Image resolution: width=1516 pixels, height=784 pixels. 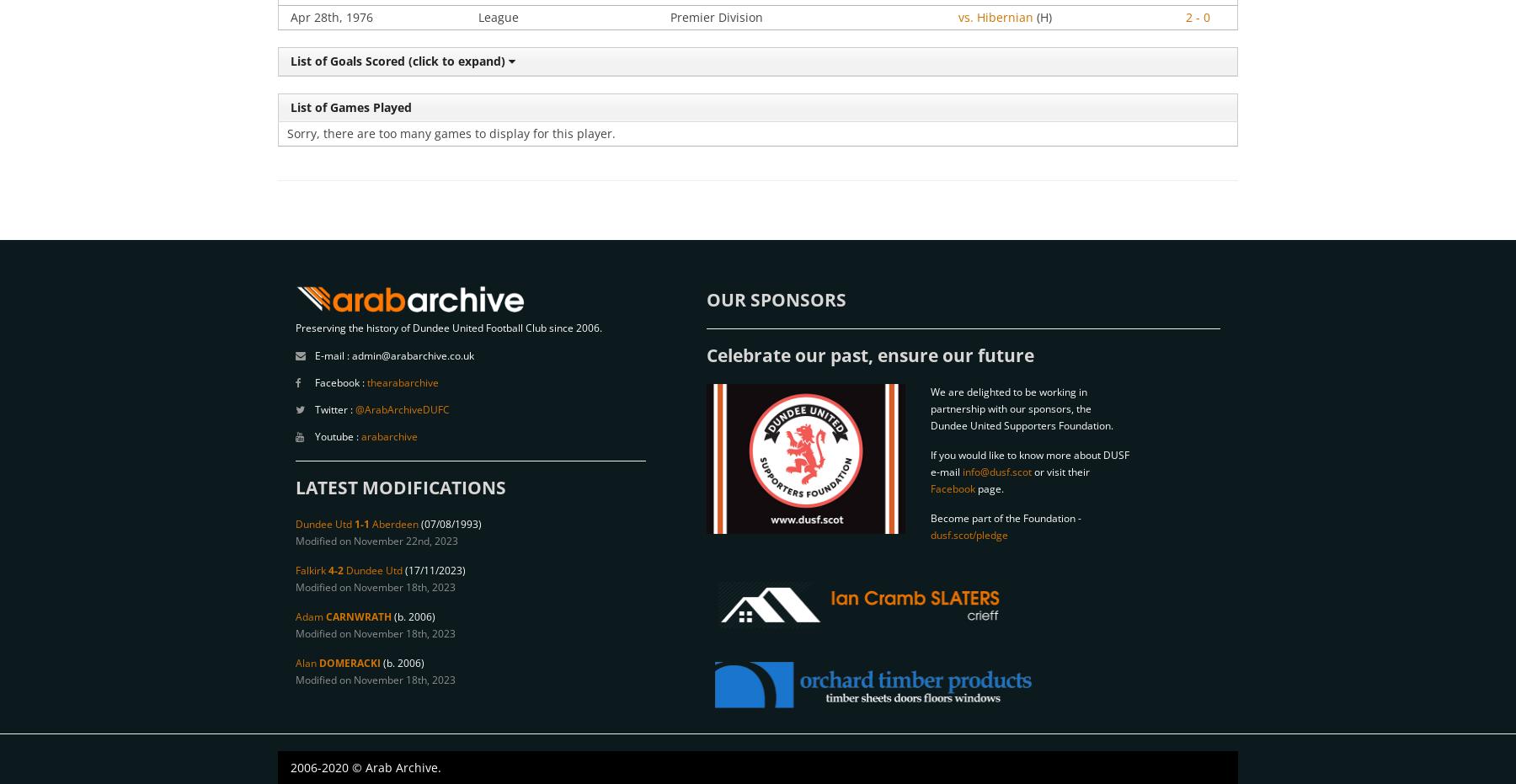 I want to click on 'Adam', so click(x=311, y=616).